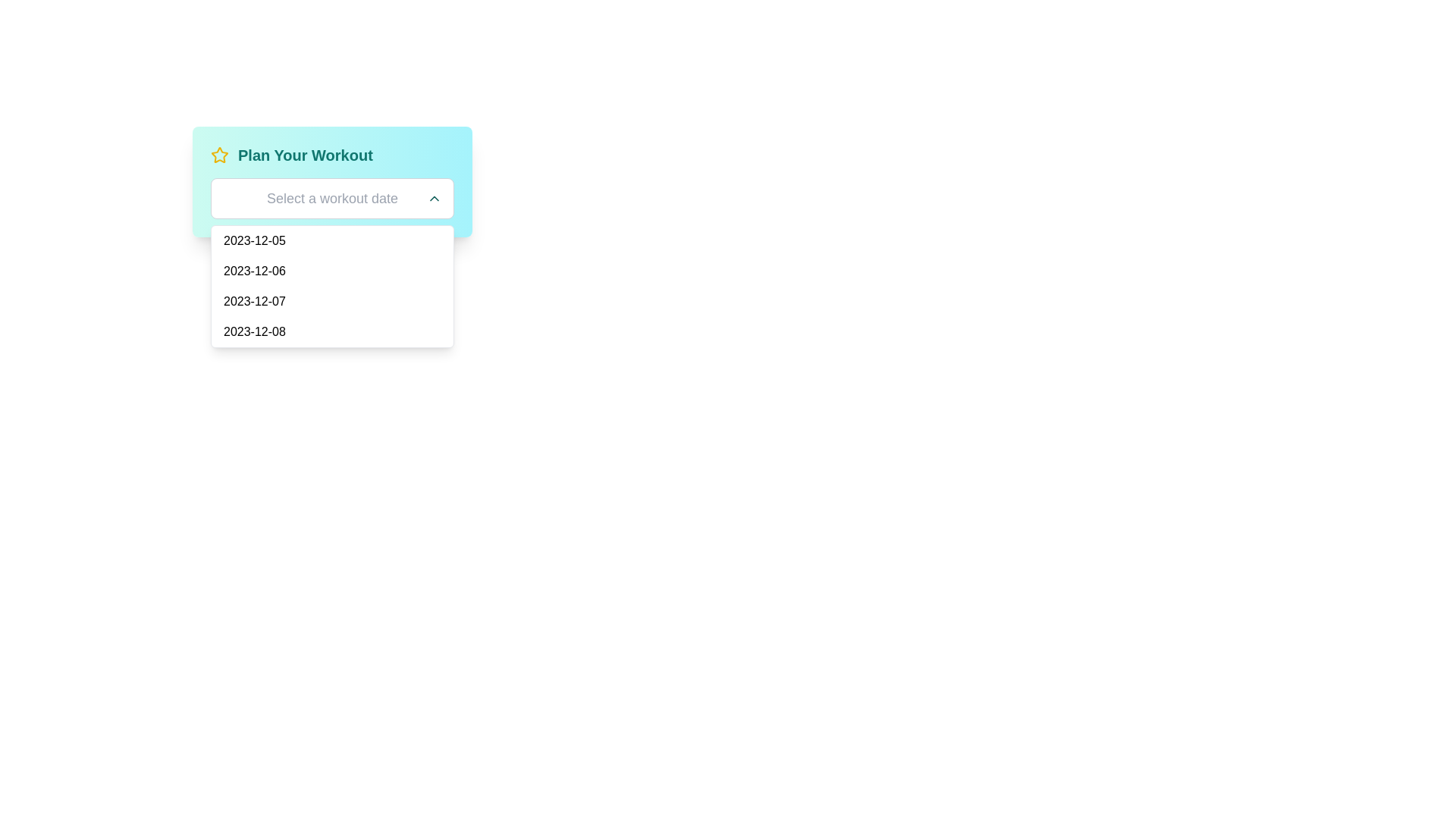 This screenshot has height=819, width=1456. Describe the element at coordinates (433, 198) in the screenshot. I see `the Icon Button for collapsing the dropdown menu in the date picker component` at that location.